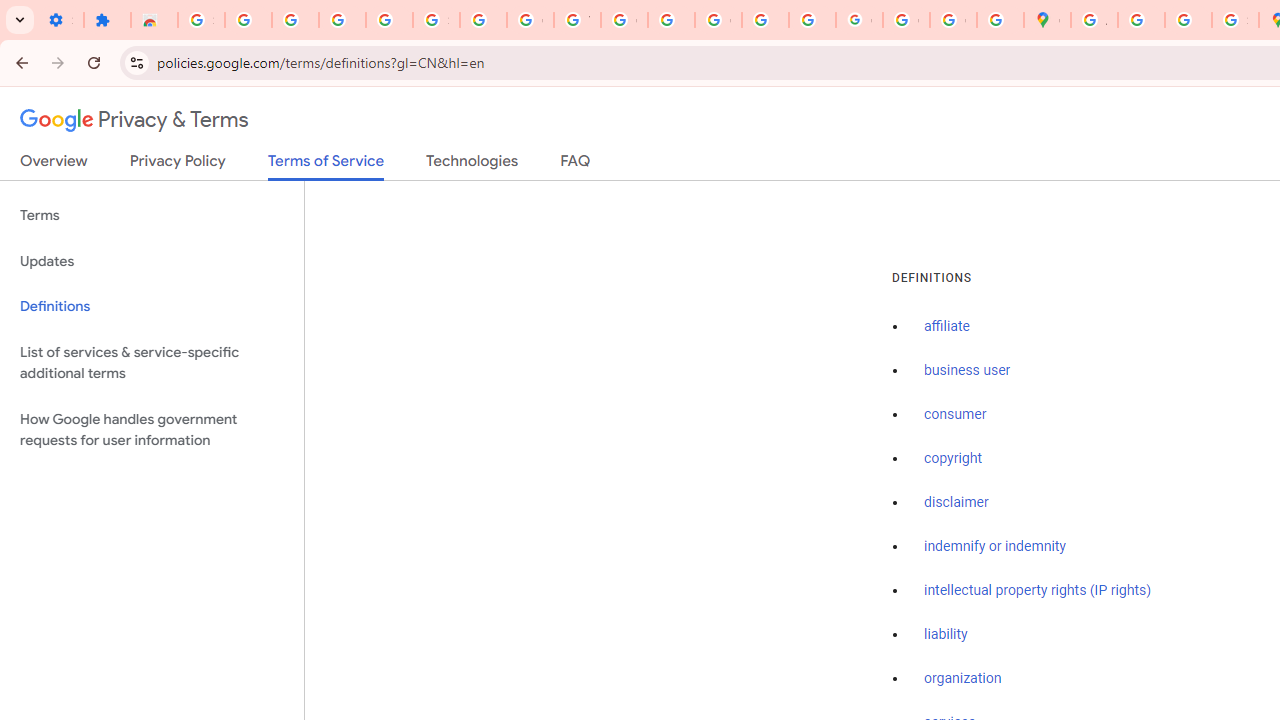  What do you see at coordinates (967, 371) in the screenshot?
I see `'business user'` at bounding box center [967, 371].